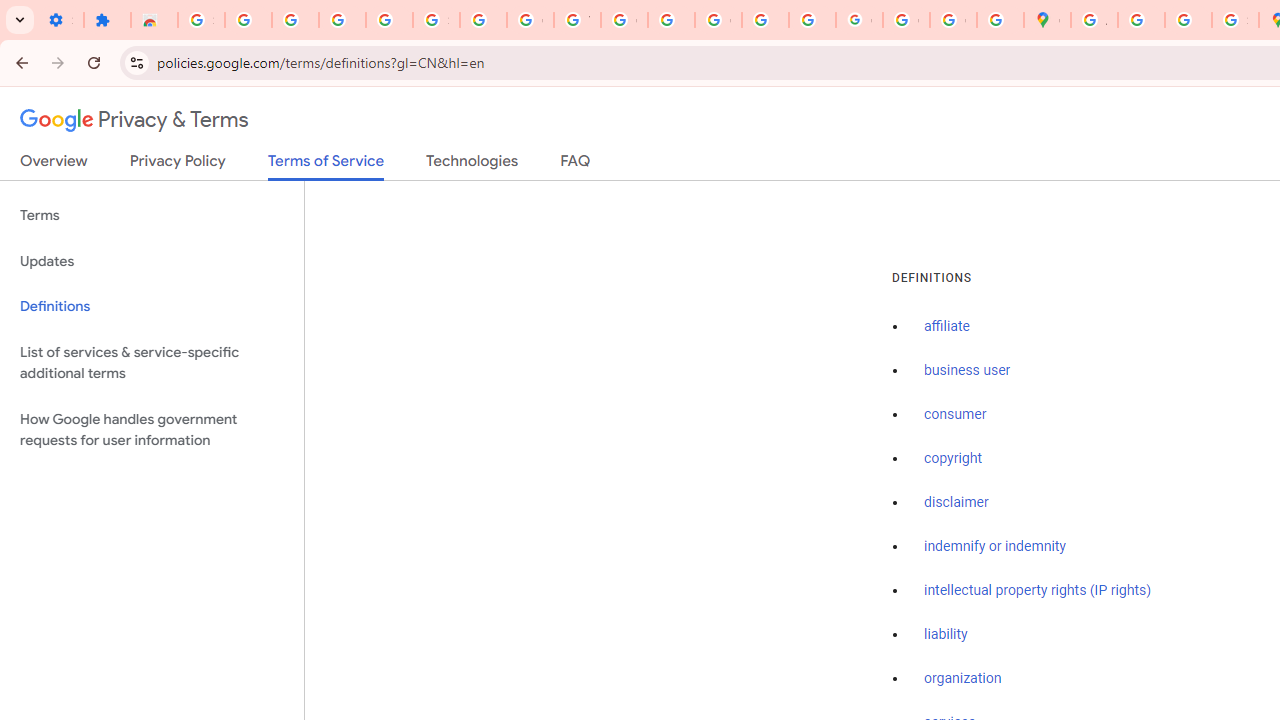  What do you see at coordinates (967, 371) in the screenshot?
I see `'business user'` at bounding box center [967, 371].